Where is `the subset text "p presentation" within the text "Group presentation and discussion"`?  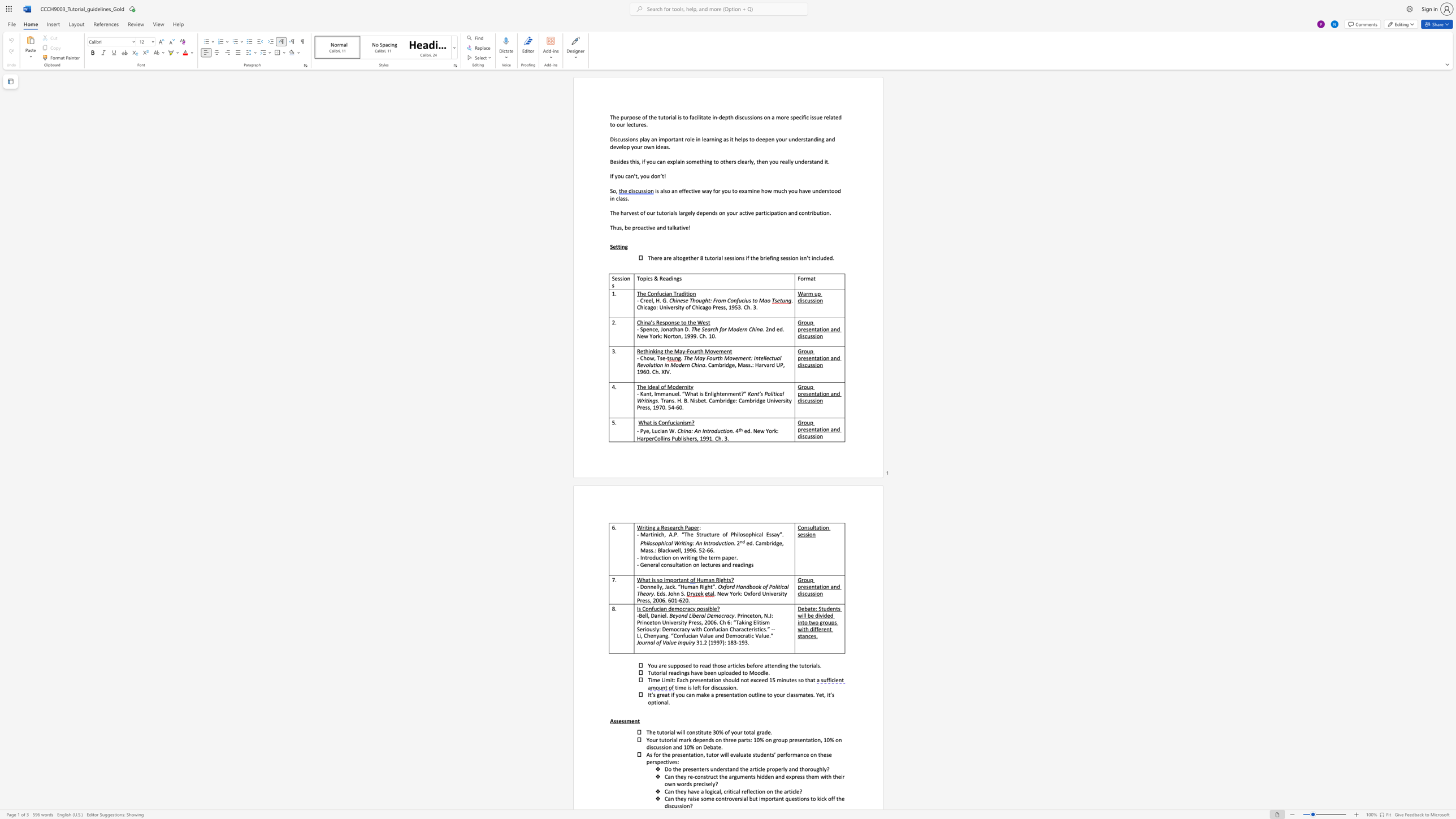 the subset text "p presentation" within the text "Group presentation and discussion" is located at coordinates (809, 351).